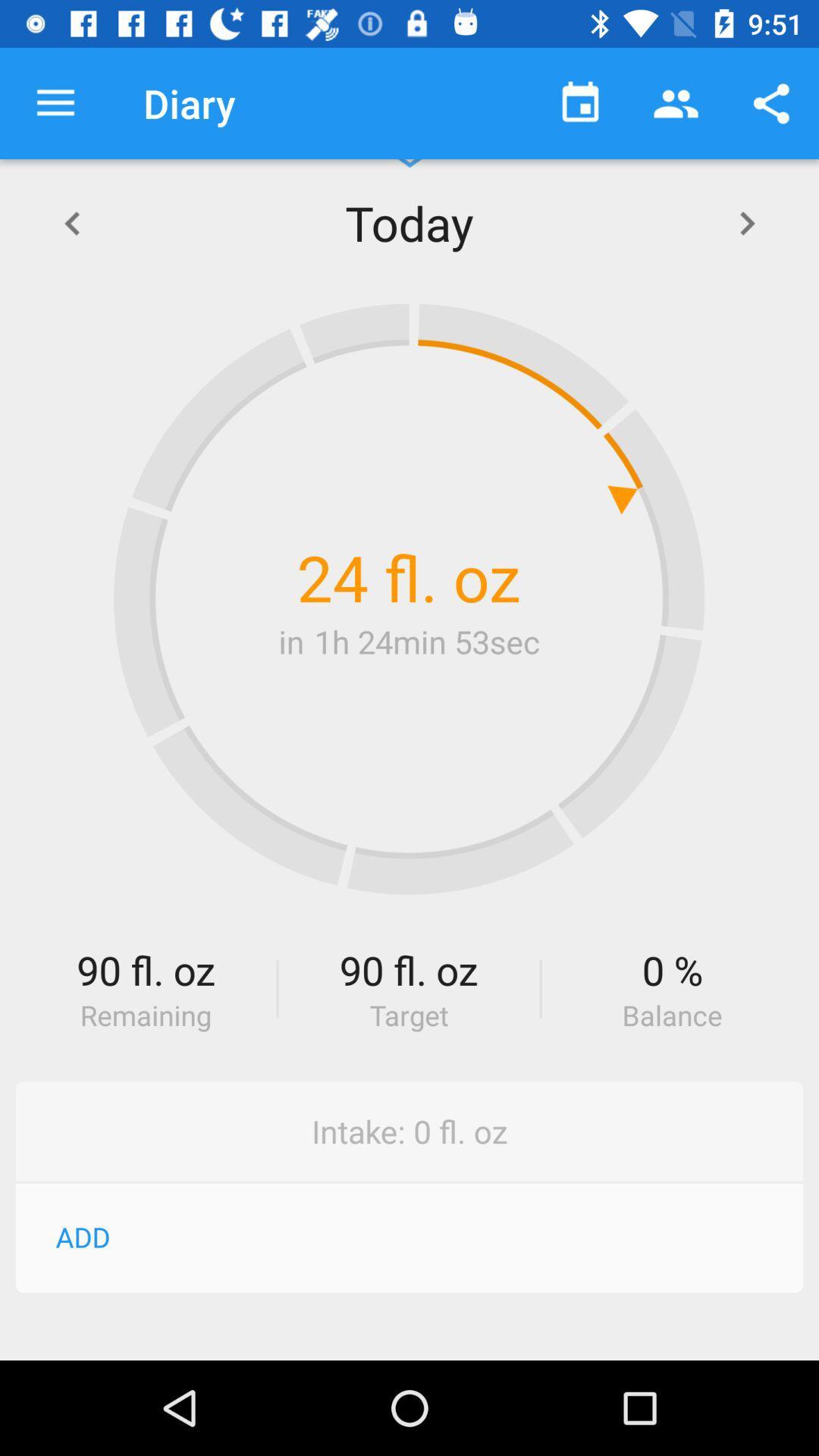 Image resolution: width=819 pixels, height=1456 pixels. I want to click on the arrow_backward icon, so click(71, 221).